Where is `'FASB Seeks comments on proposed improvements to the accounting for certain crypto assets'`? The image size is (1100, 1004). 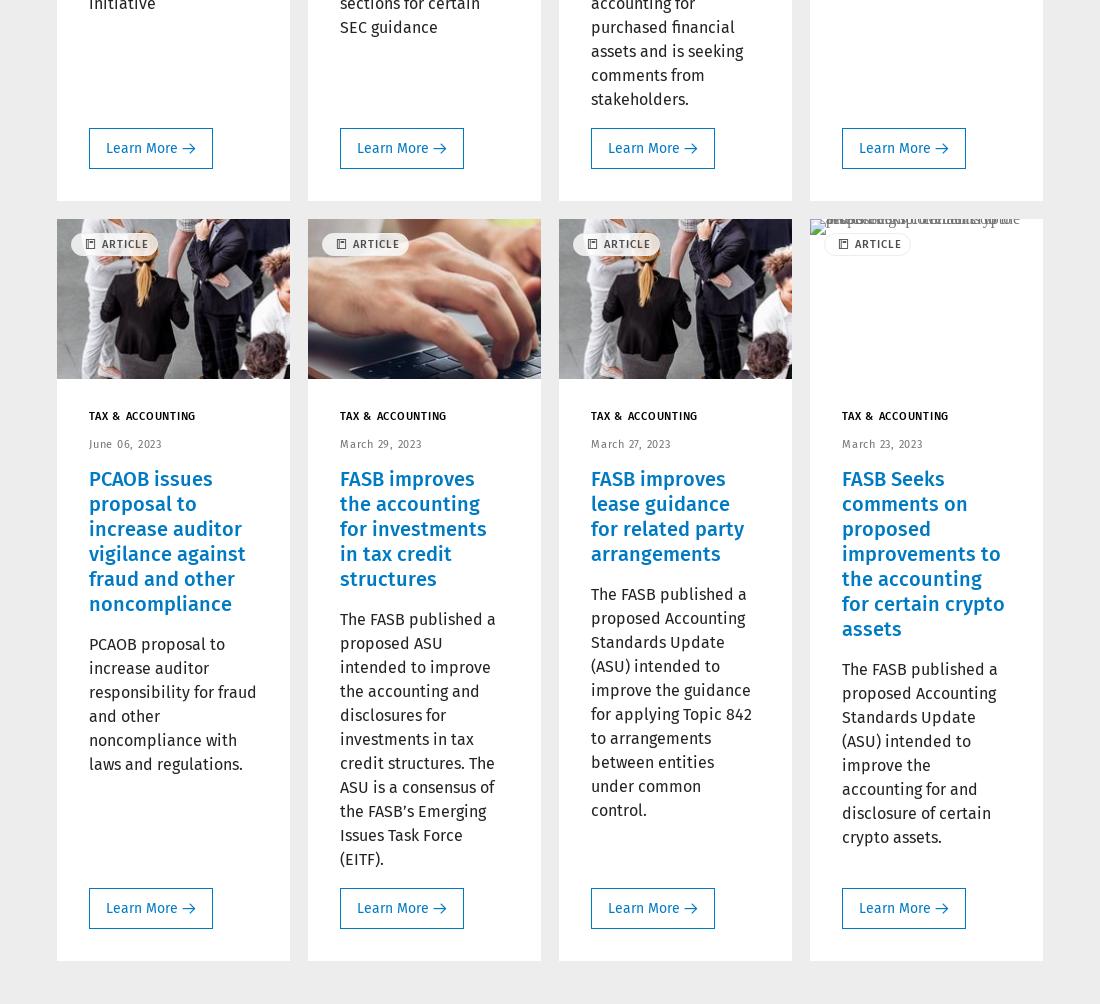 'FASB Seeks comments on proposed improvements to the accounting for certain crypto assets' is located at coordinates (923, 553).